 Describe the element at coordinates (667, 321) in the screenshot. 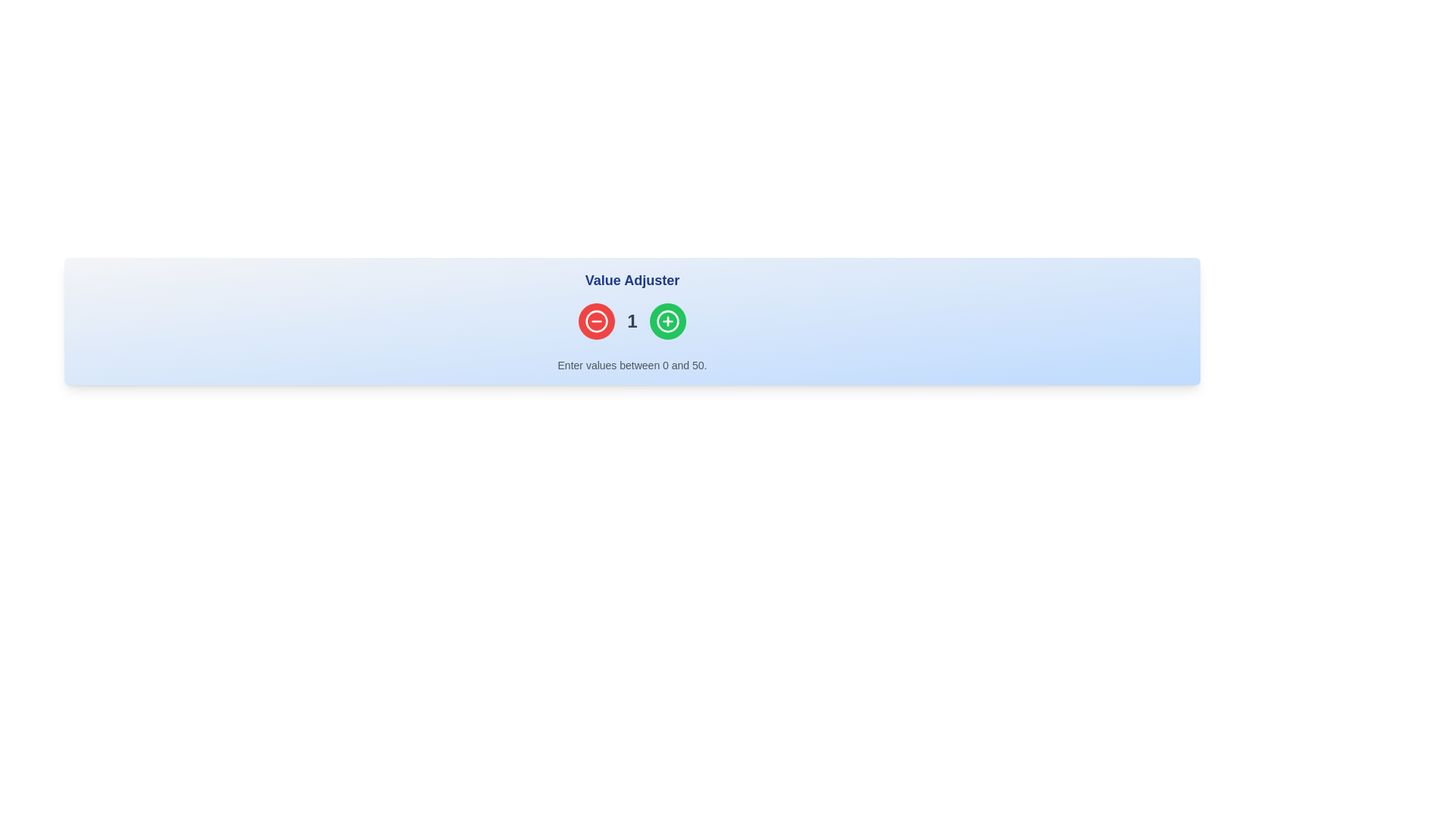

I see `the rightmost button in the control area, which has a cross symbol` at that location.